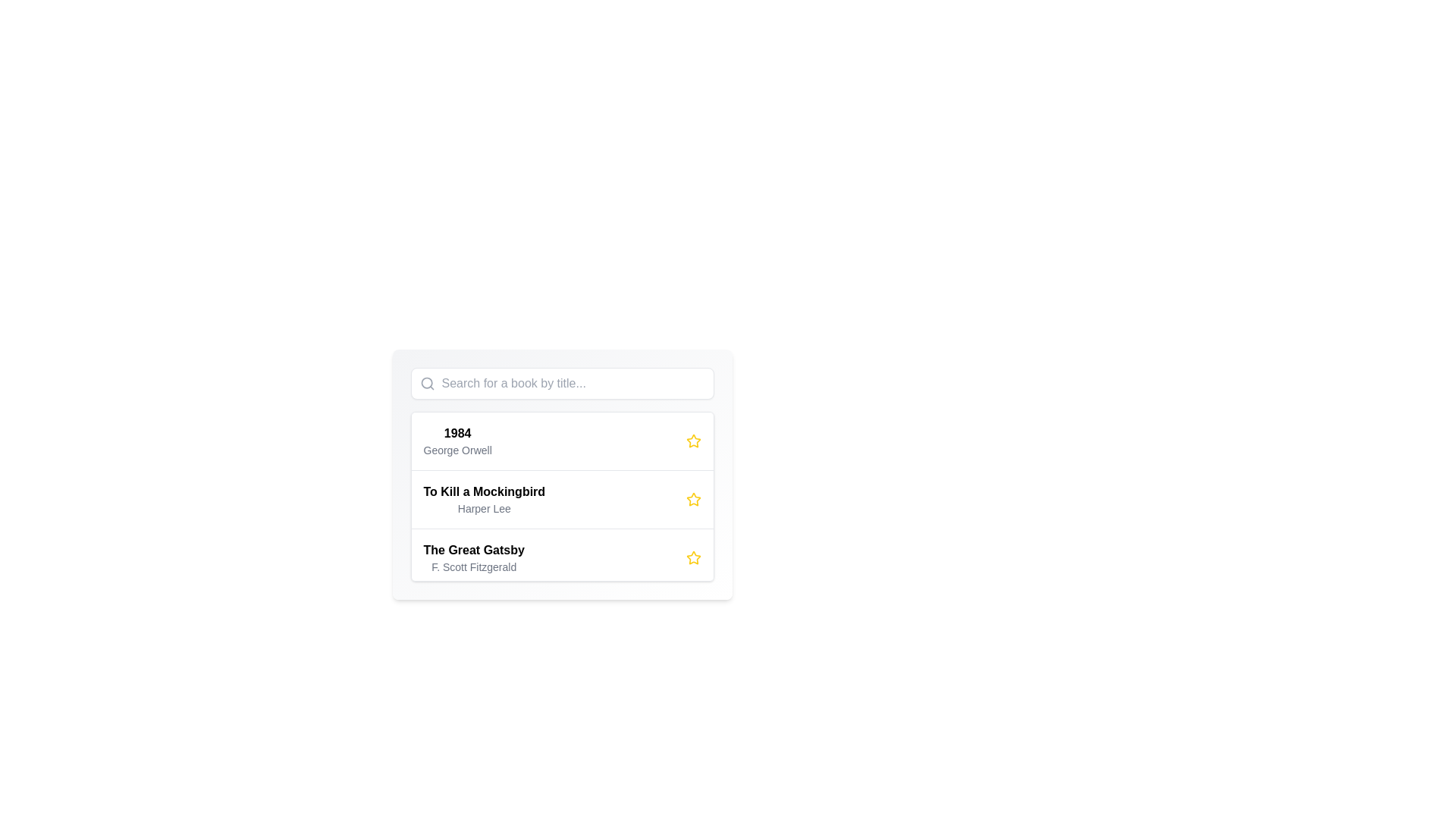  What do you see at coordinates (692, 499) in the screenshot?
I see `the star icon used to mark 'To Kill a Mockingbird' as a favorite` at bounding box center [692, 499].